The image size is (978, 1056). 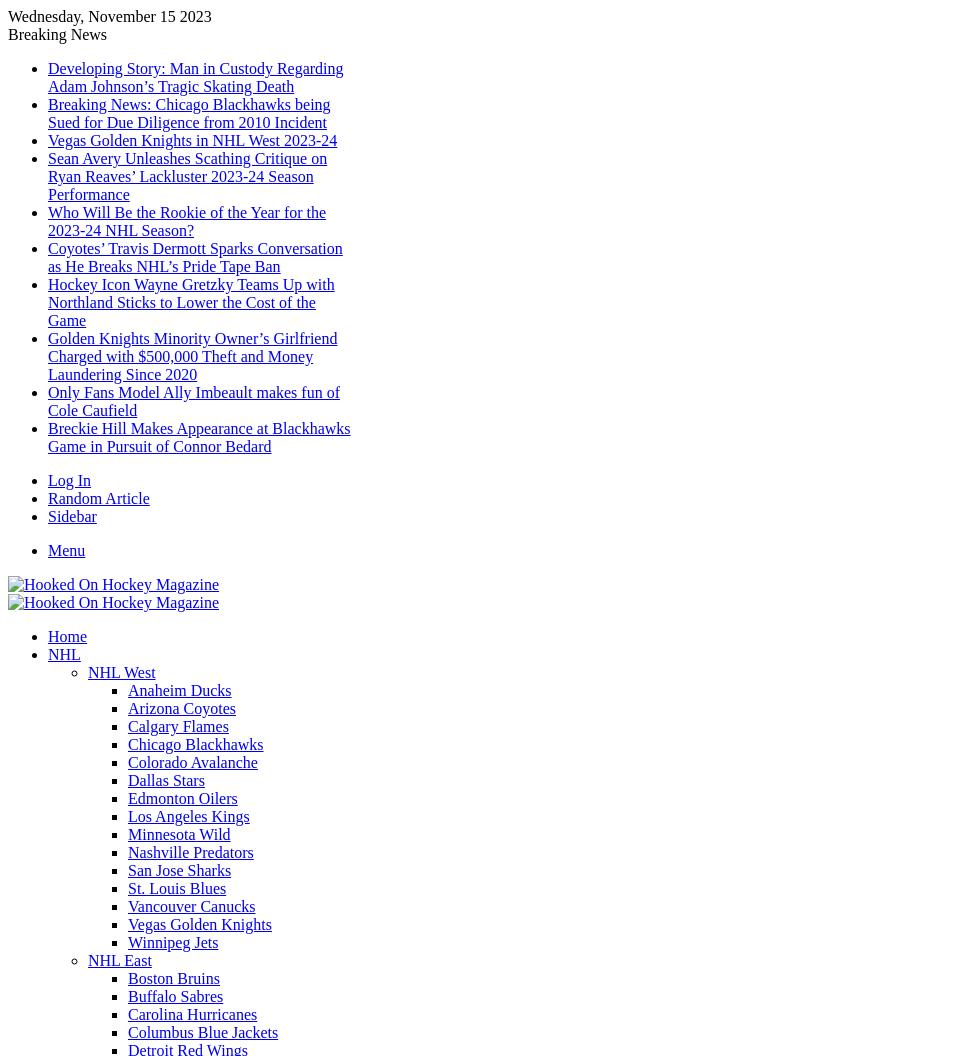 What do you see at coordinates (63, 653) in the screenshot?
I see `'NHL'` at bounding box center [63, 653].